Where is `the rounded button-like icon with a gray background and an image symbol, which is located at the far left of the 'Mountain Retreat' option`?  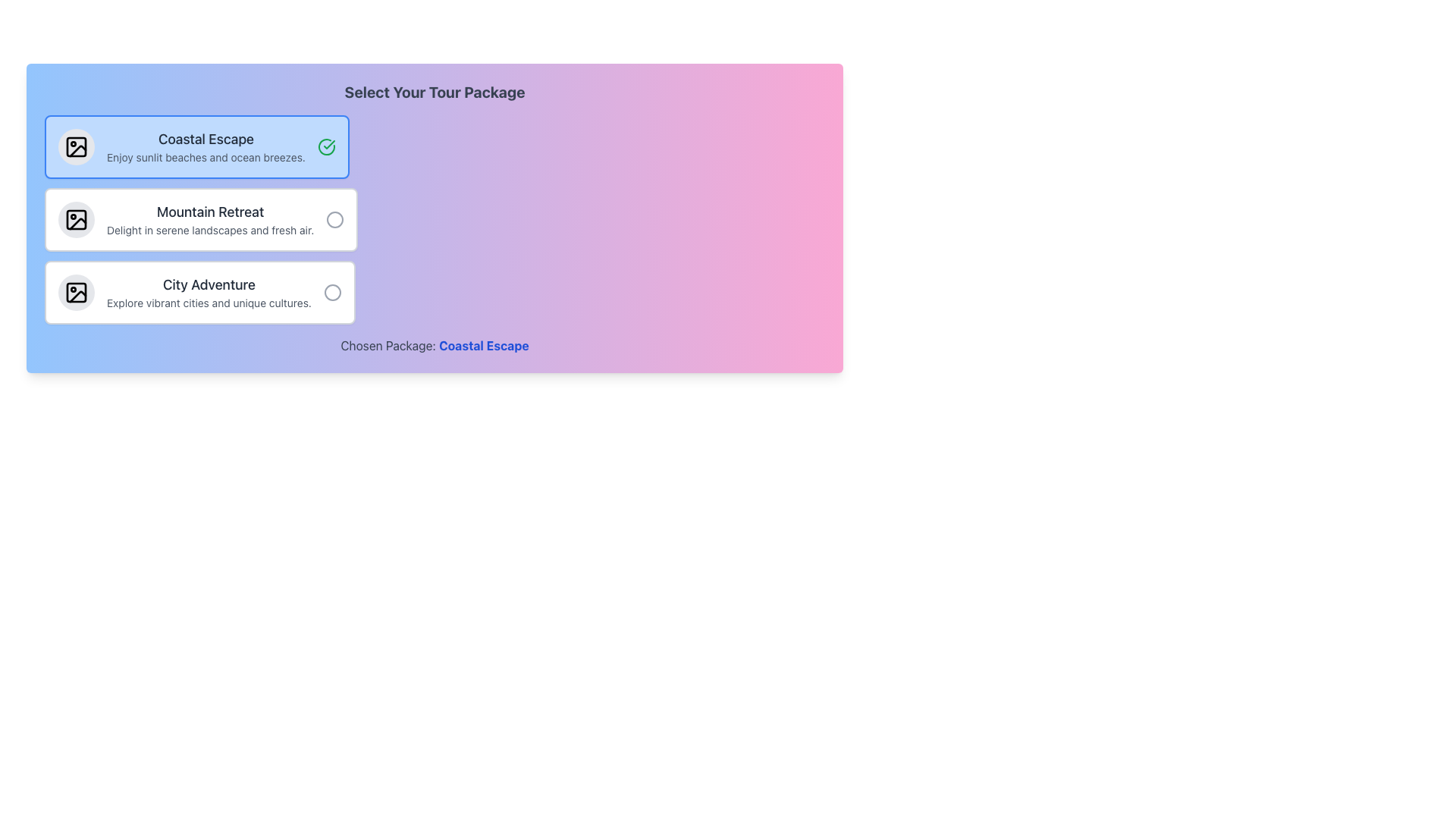 the rounded button-like icon with a gray background and an image symbol, which is located at the far left of the 'Mountain Retreat' option is located at coordinates (75, 219).